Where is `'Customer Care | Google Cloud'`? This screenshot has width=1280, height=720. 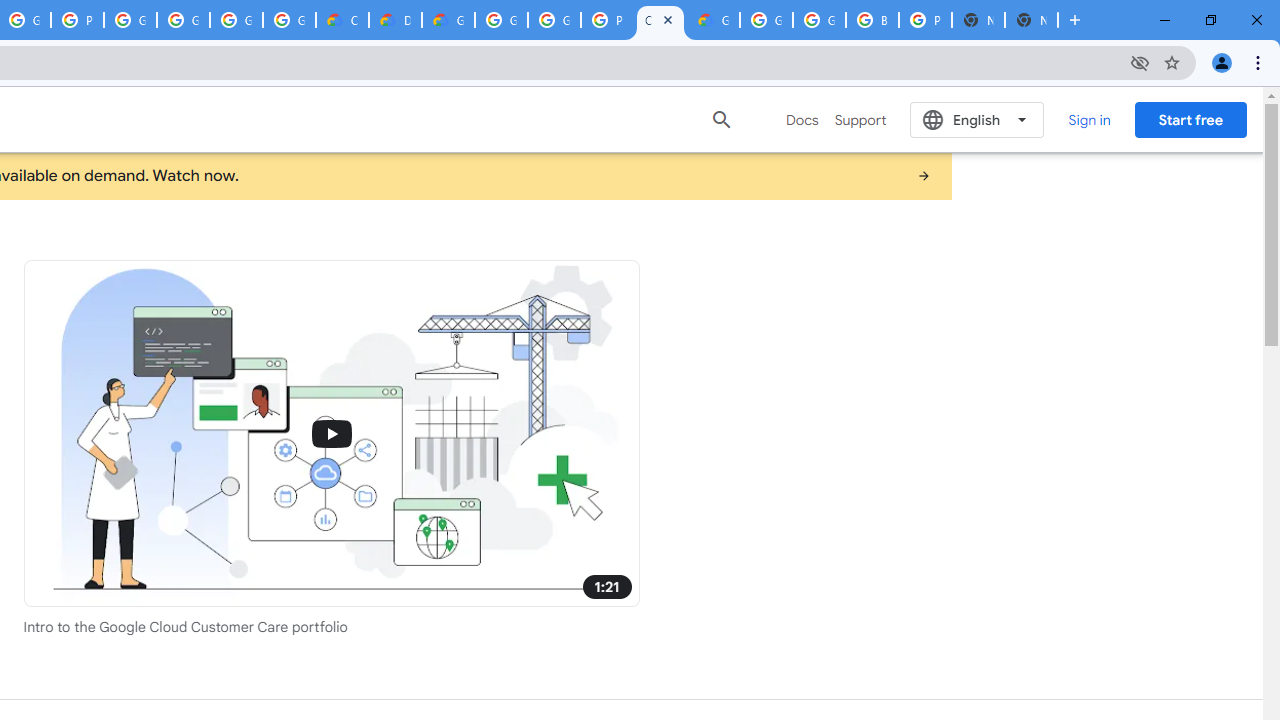
'Customer Care | Google Cloud' is located at coordinates (660, 20).